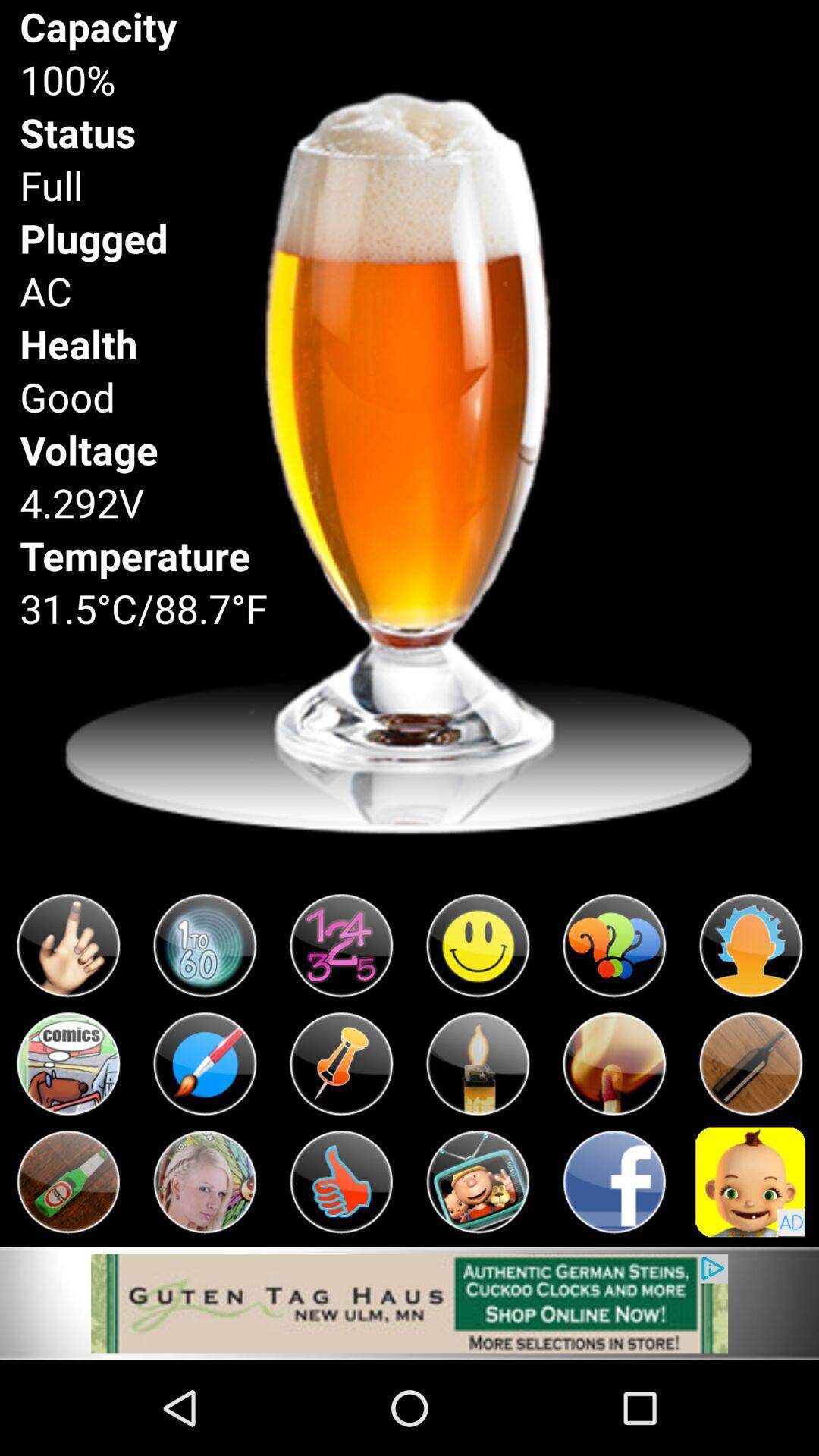 The width and height of the screenshot is (819, 1456). Describe the element at coordinates (67, 1063) in the screenshot. I see `it is chosen key` at that location.